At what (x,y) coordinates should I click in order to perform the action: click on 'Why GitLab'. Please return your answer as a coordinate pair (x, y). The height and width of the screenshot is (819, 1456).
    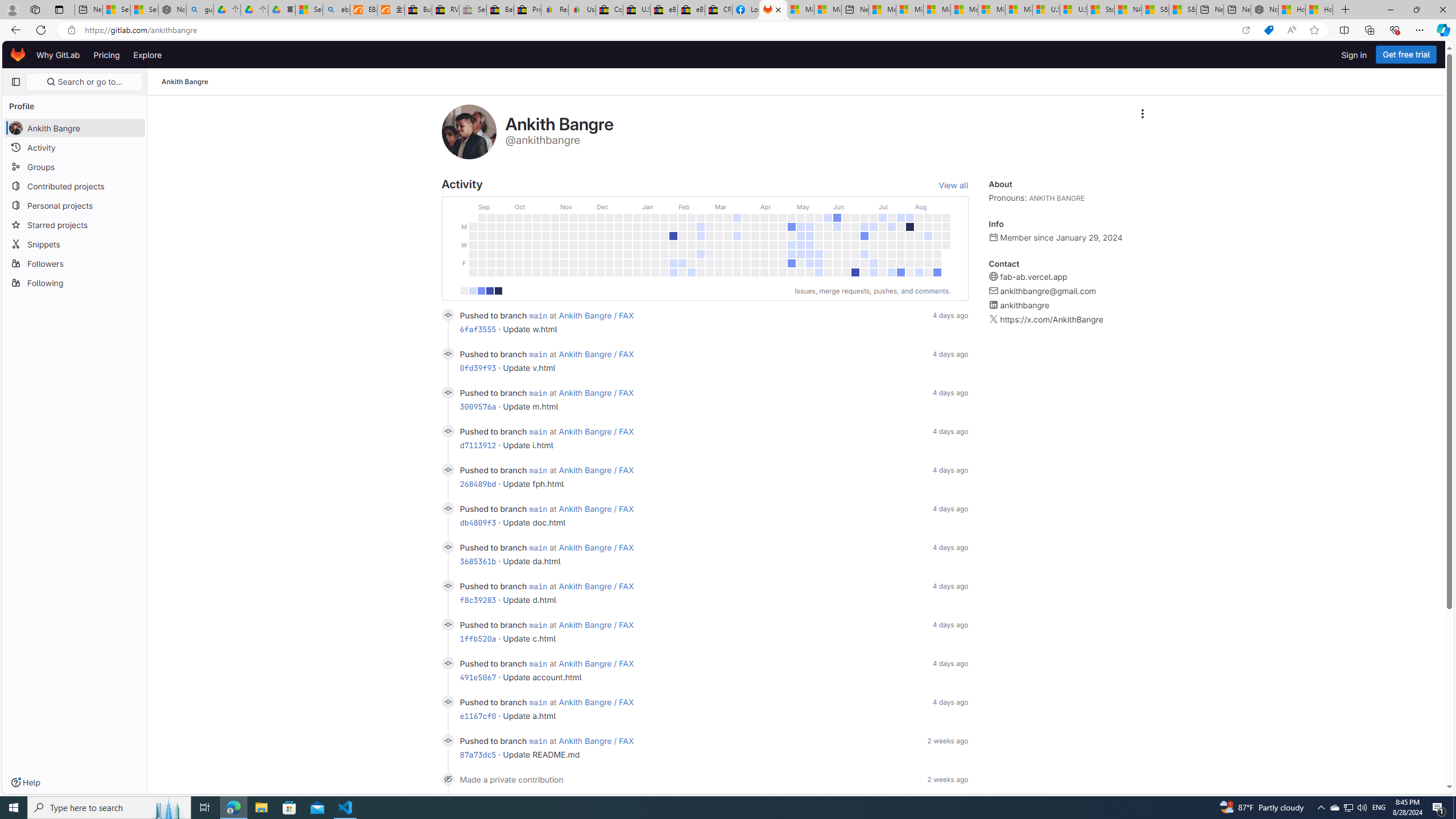
    Looking at the image, I should click on (57, 54).